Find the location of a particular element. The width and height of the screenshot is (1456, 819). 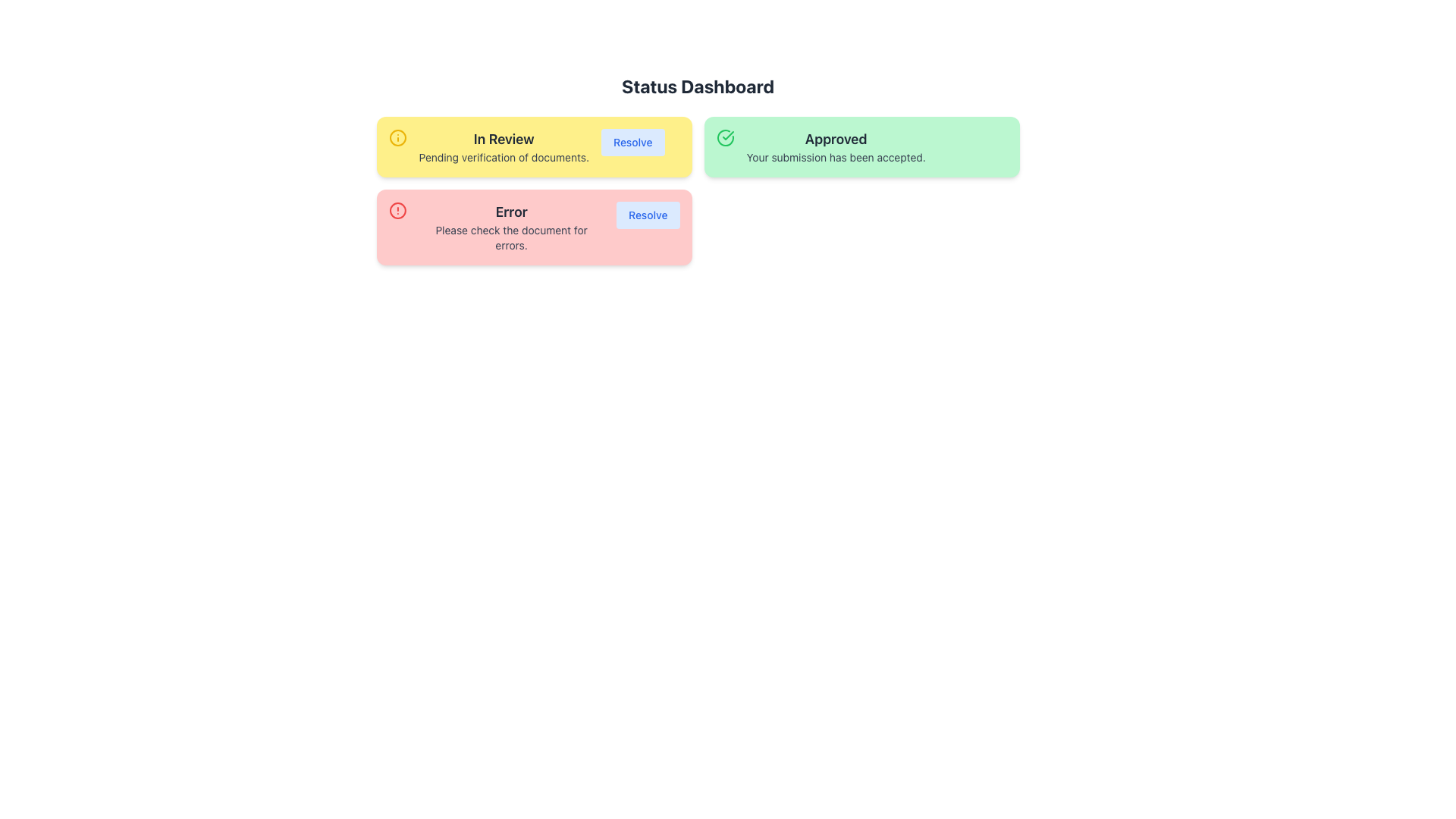

the Notification card with the title 'In Review' is located at coordinates (534, 146).